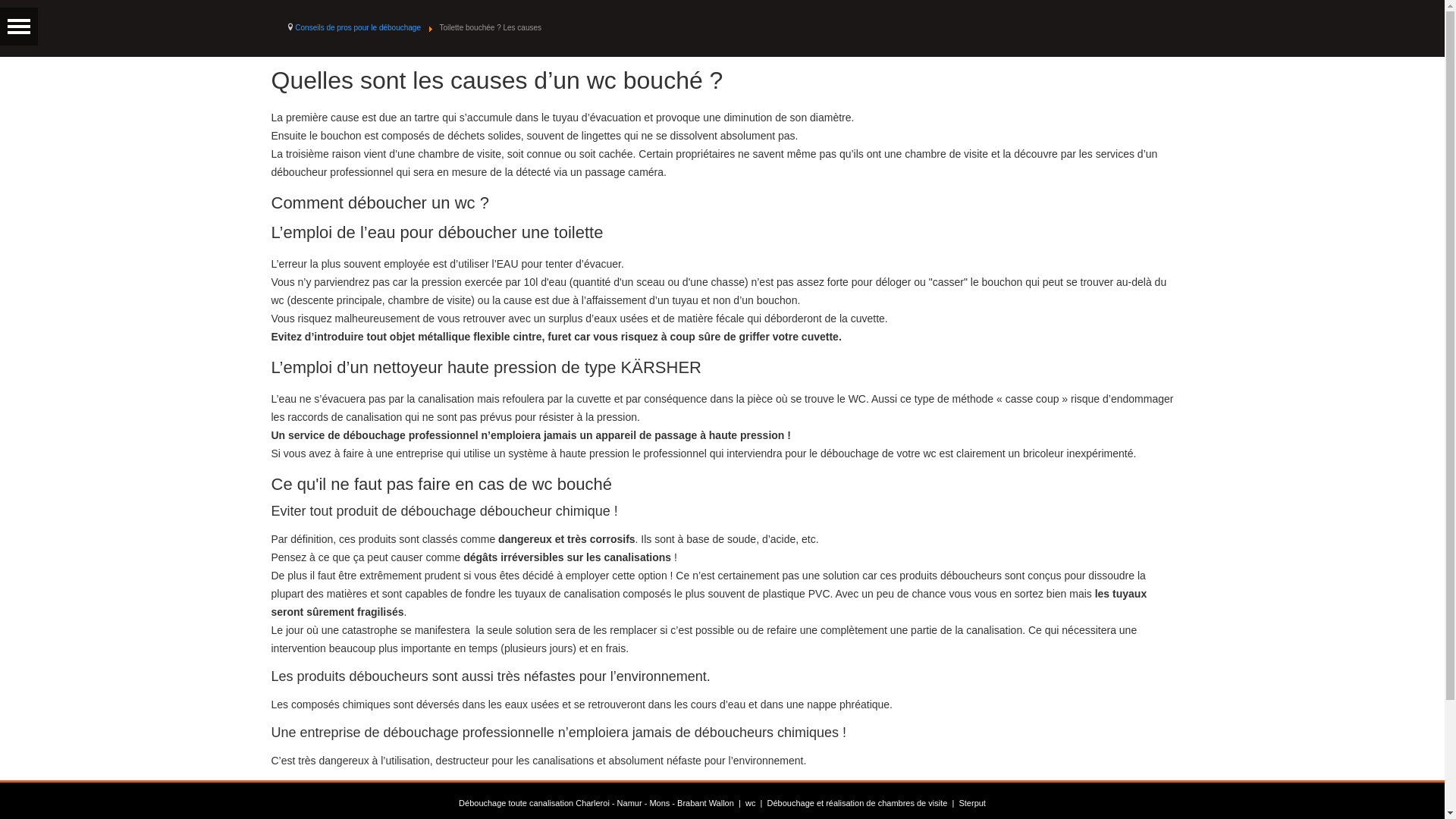 The image size is (1456, 819). I want to click on 'Sterput', so click(957, 802).